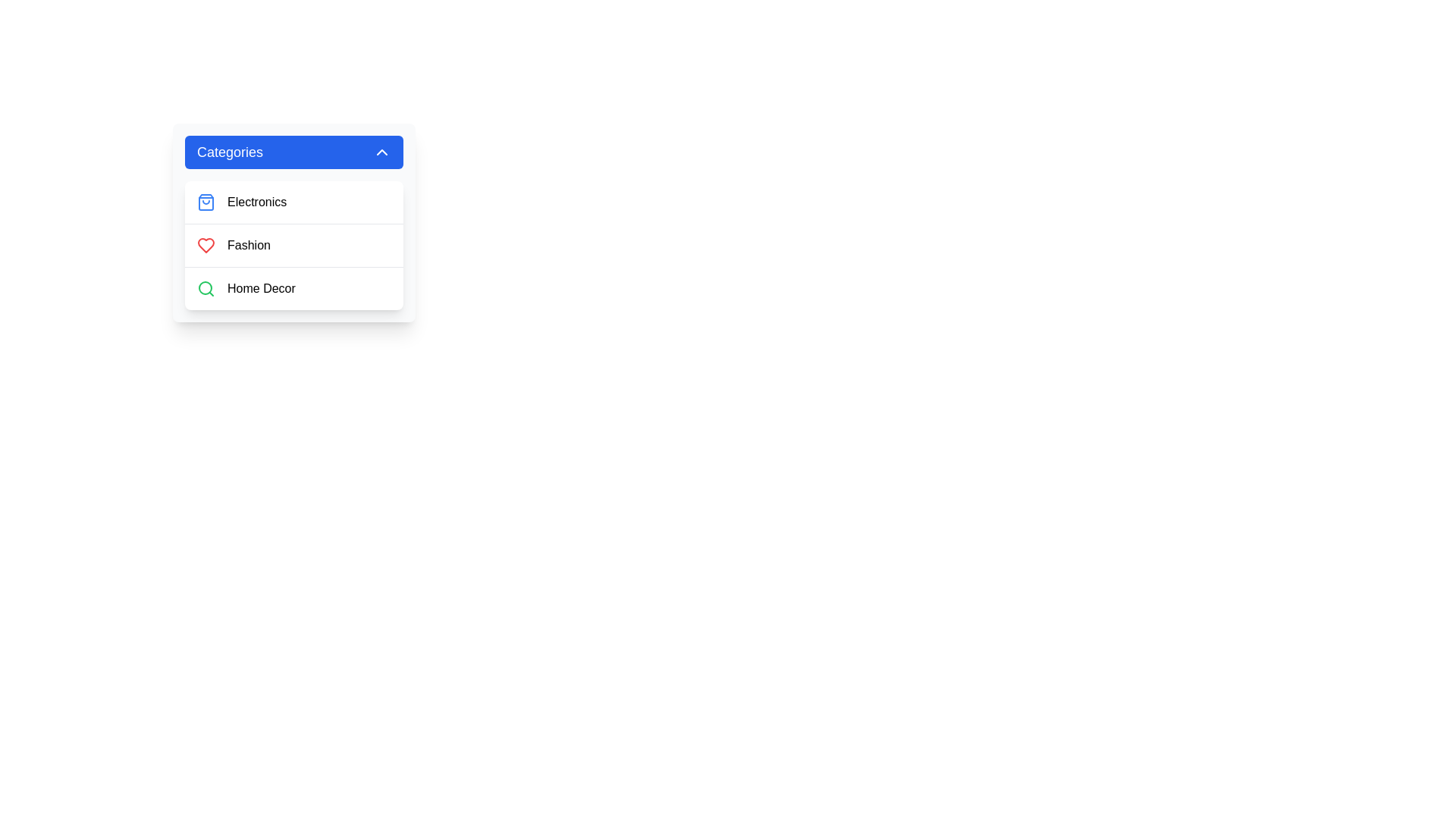 This screenshot has height=819, width=1456. What do you see at coordinates (294, 152) in the screenshot?
I see `the 'Categories' interactive button with a vibrant blue background` at bounding box center [294, 152].